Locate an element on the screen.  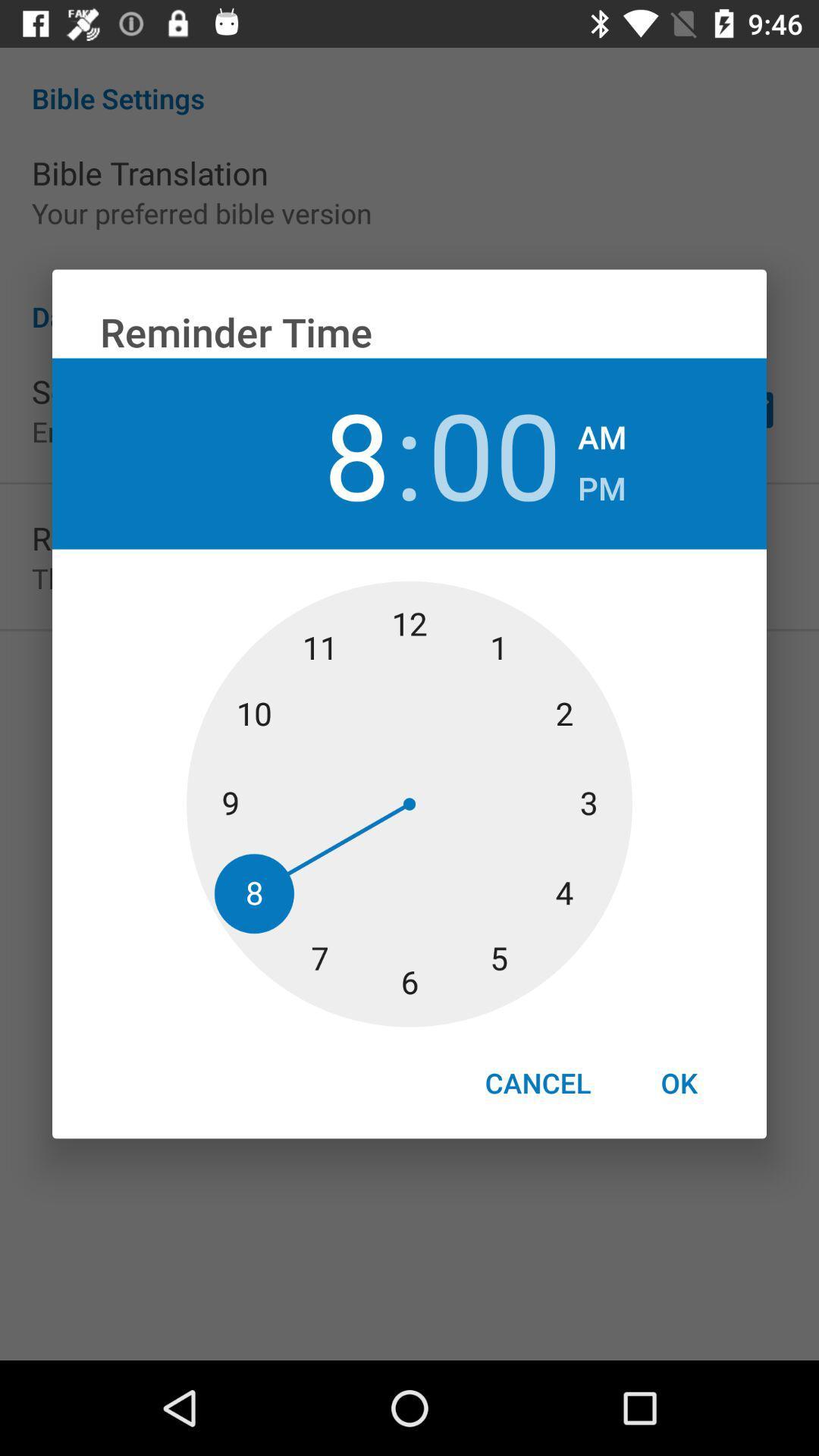
pm icon is located at coordinates (601, 483).